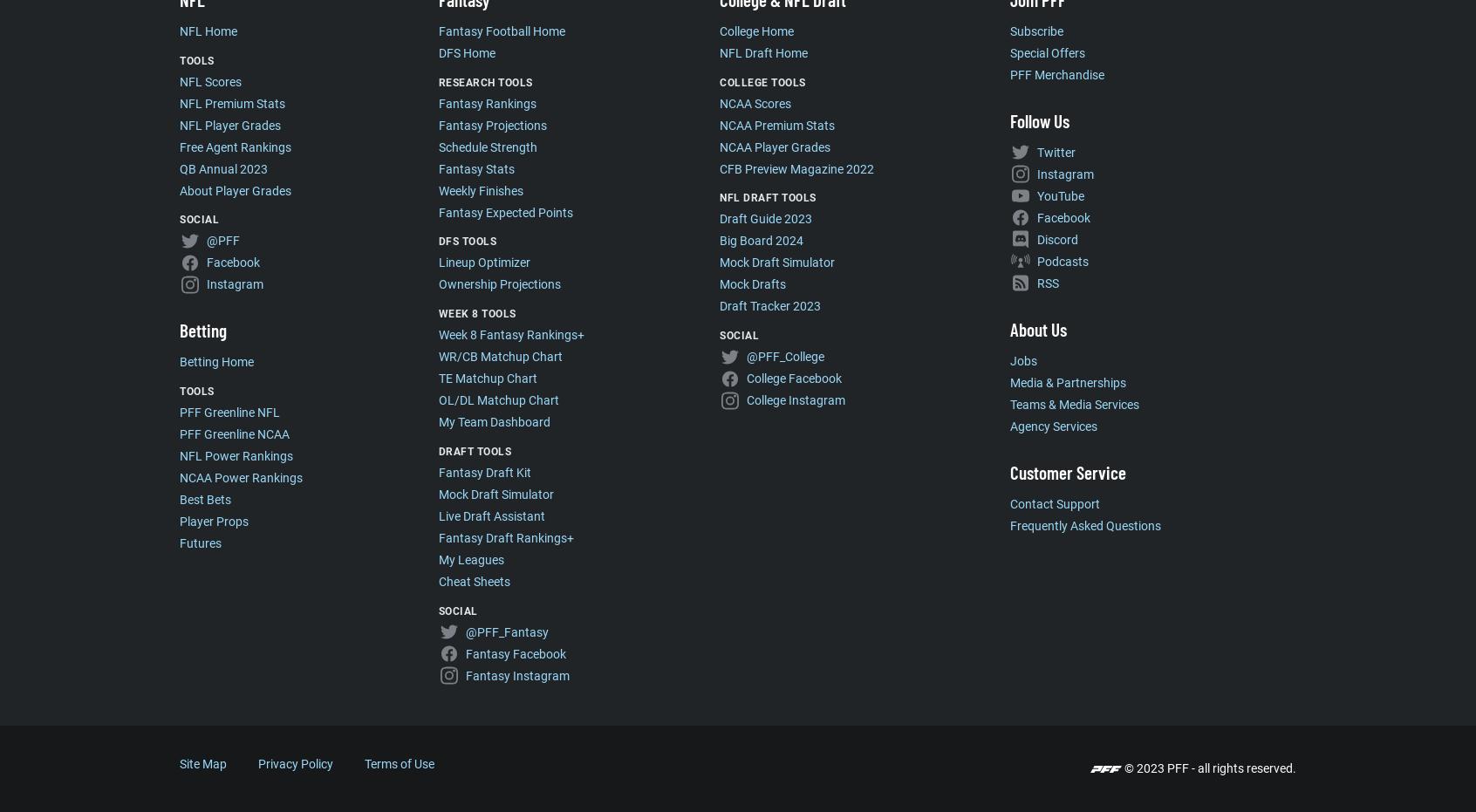 Image resolution: width=1476 pixels, height=812 pixels. Describe the element at coordinates (1036, 328) in the screenshot. I see `'About Us'` at that location.